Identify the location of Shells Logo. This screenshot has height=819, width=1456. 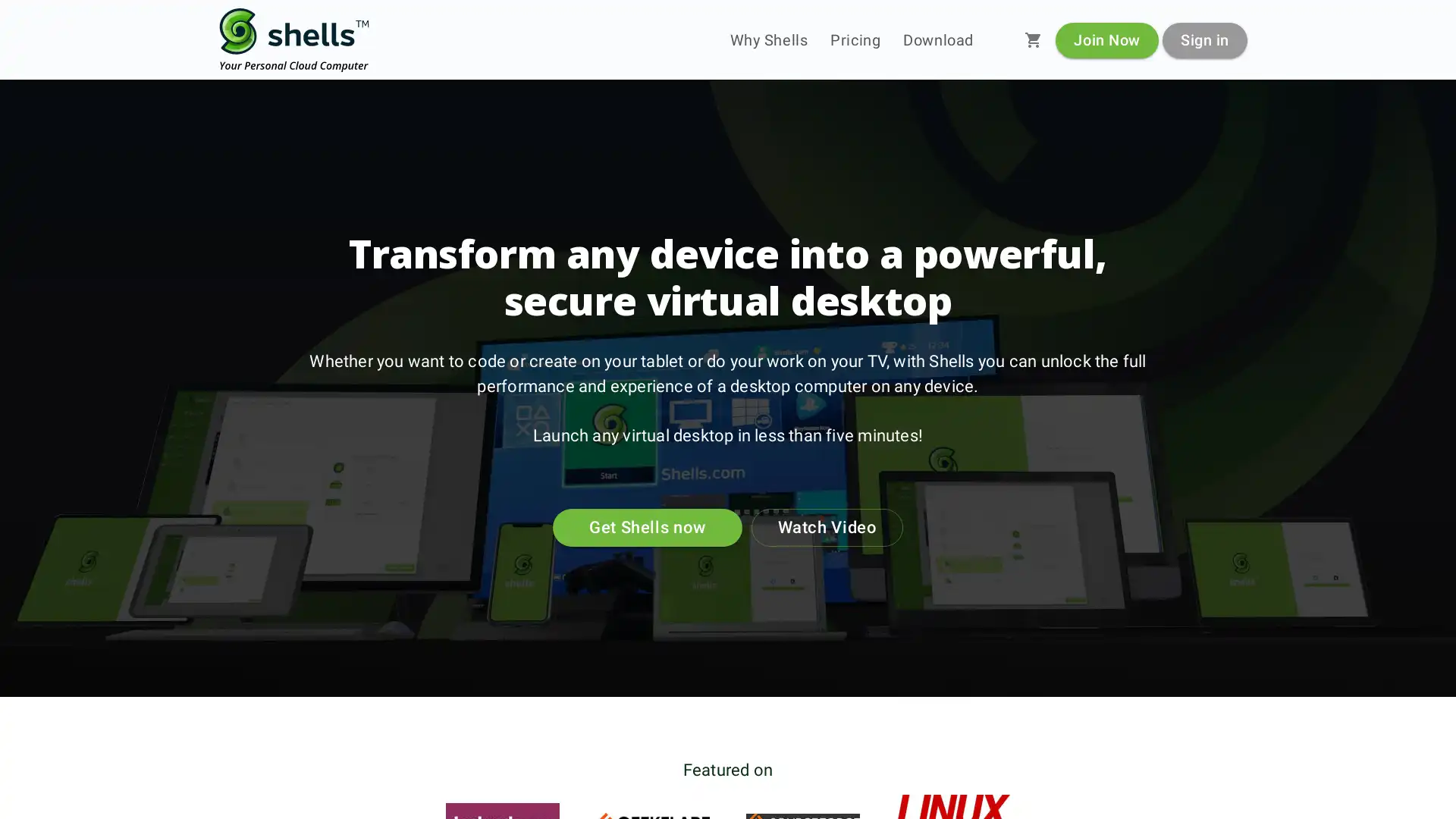
(294, 39).